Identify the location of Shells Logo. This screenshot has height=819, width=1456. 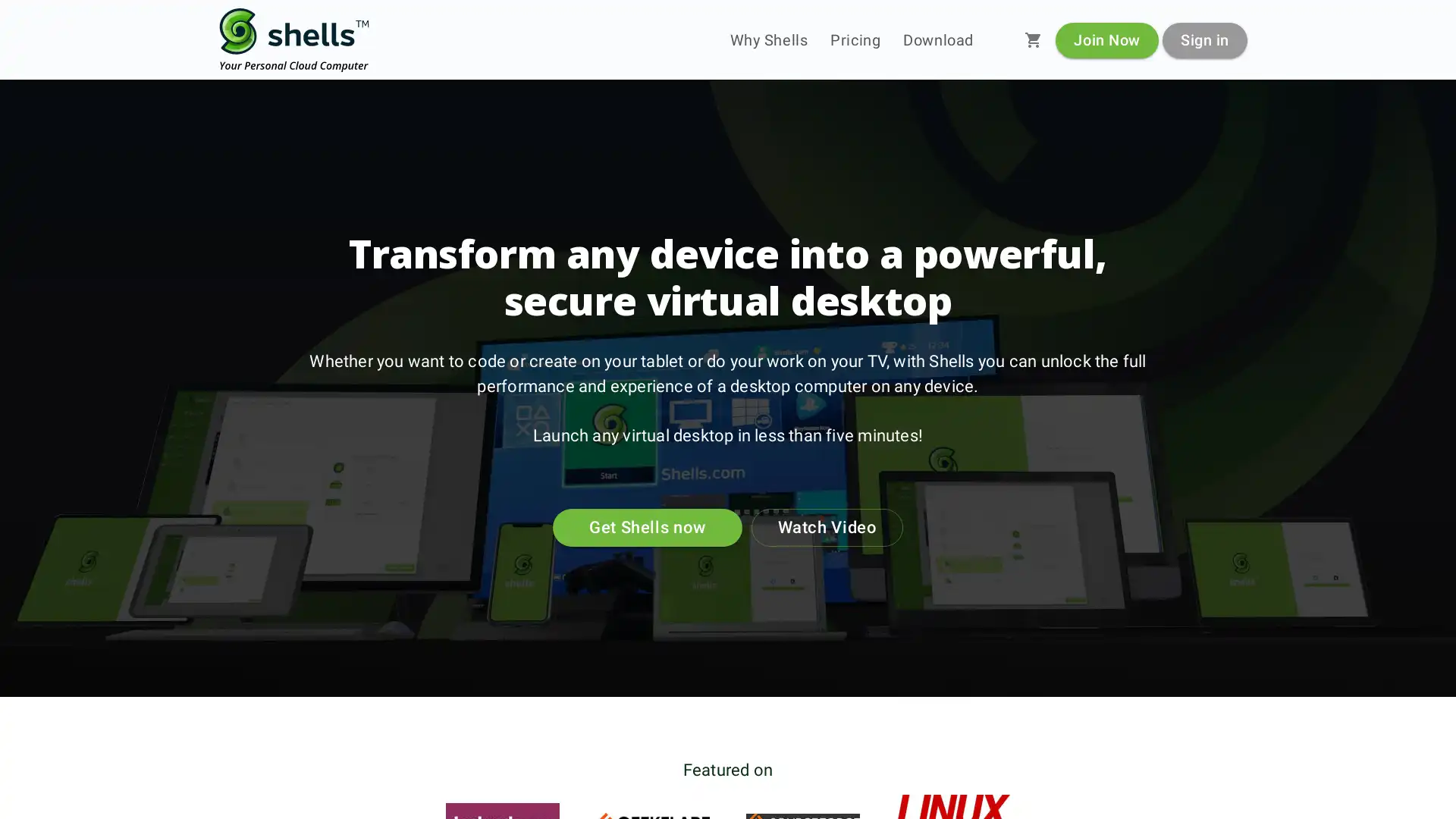
(294, 39).